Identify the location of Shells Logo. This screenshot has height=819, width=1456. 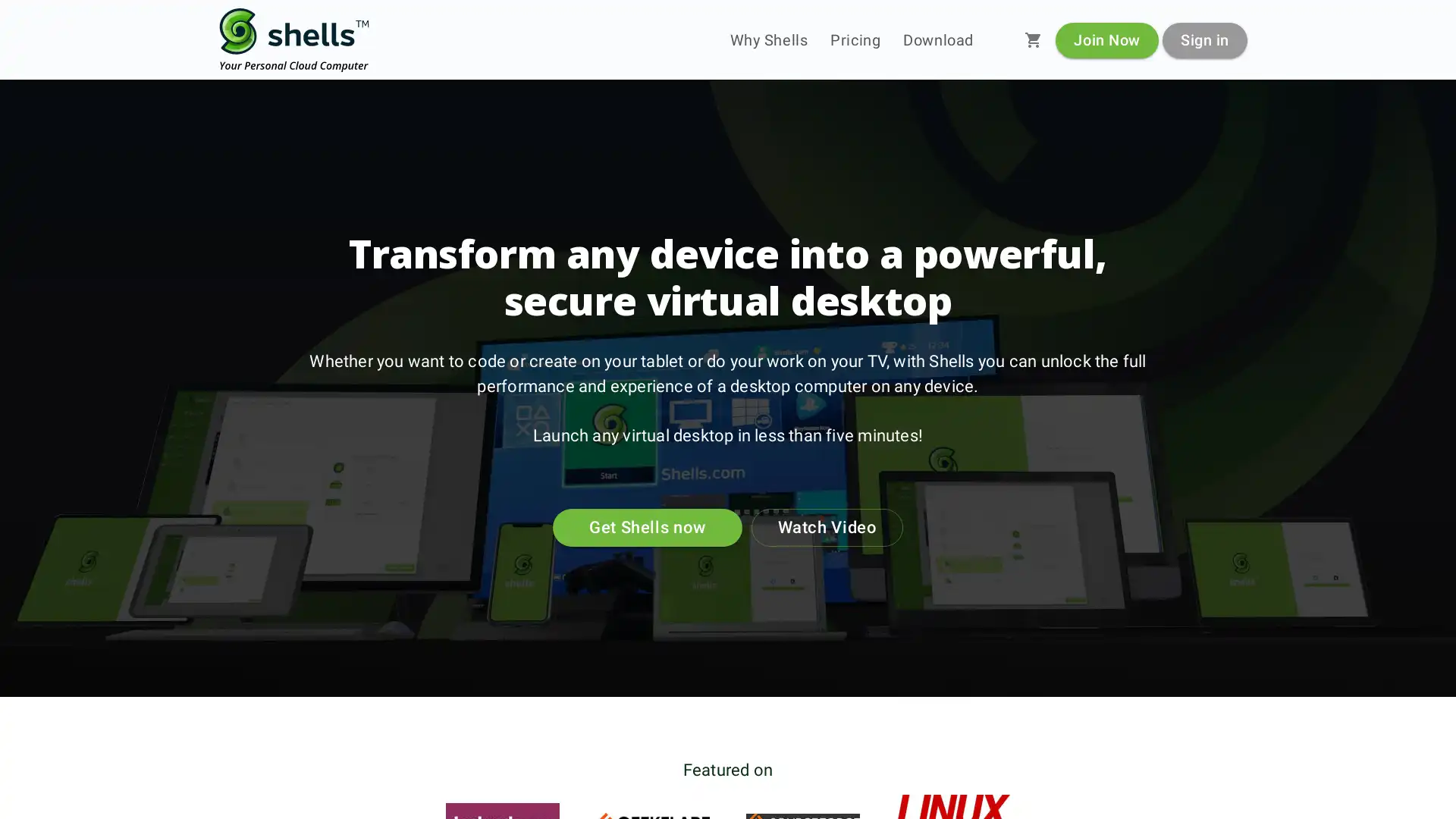
(294, 39).